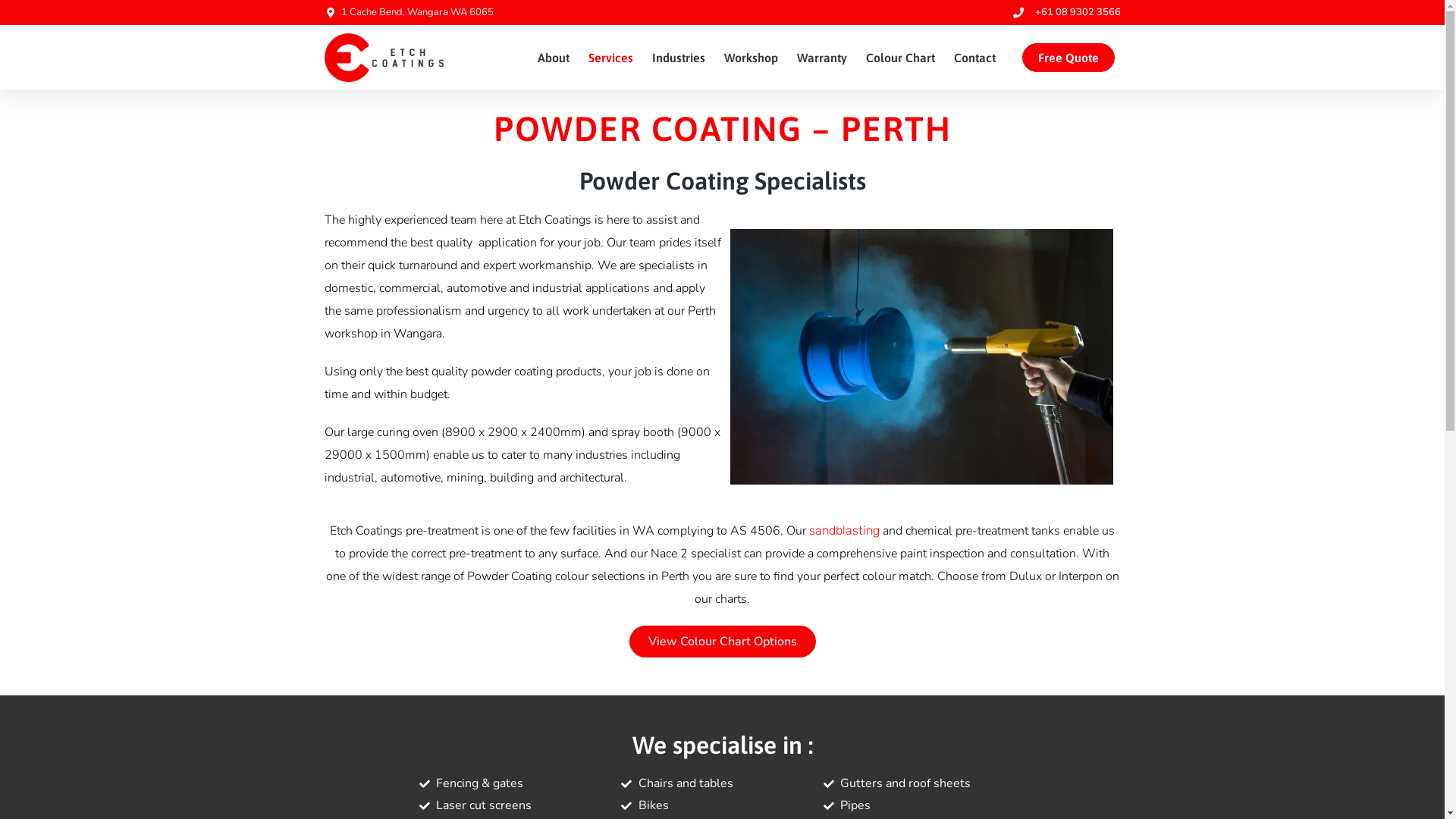  I want to click on 'About', so click(552, 57).